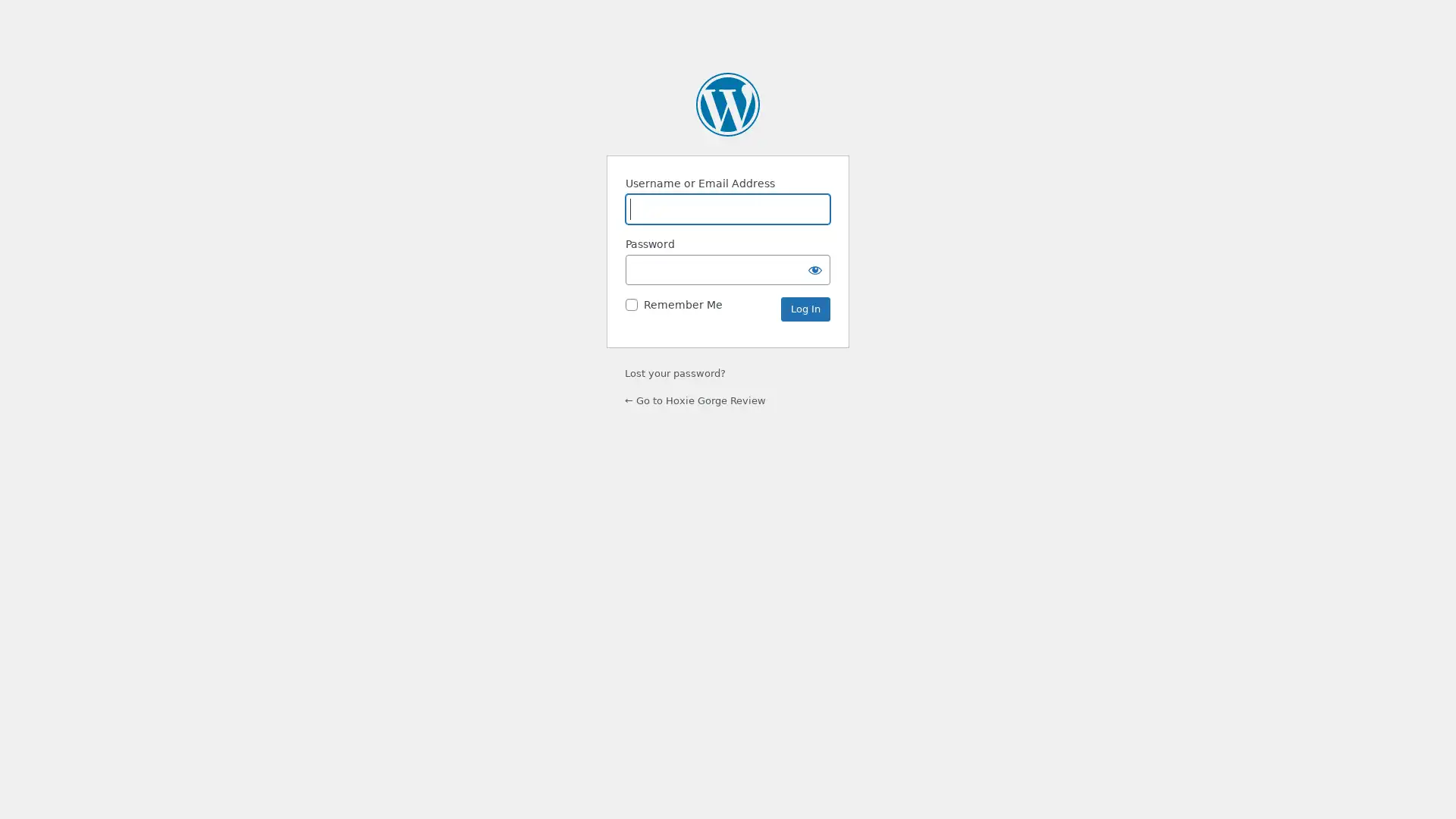 The height and width of the screenshot is (819, 1456). What do you see at coordinates (814, 268) in the screenshot?
I see `Show password` at bounding box center [814, 268].